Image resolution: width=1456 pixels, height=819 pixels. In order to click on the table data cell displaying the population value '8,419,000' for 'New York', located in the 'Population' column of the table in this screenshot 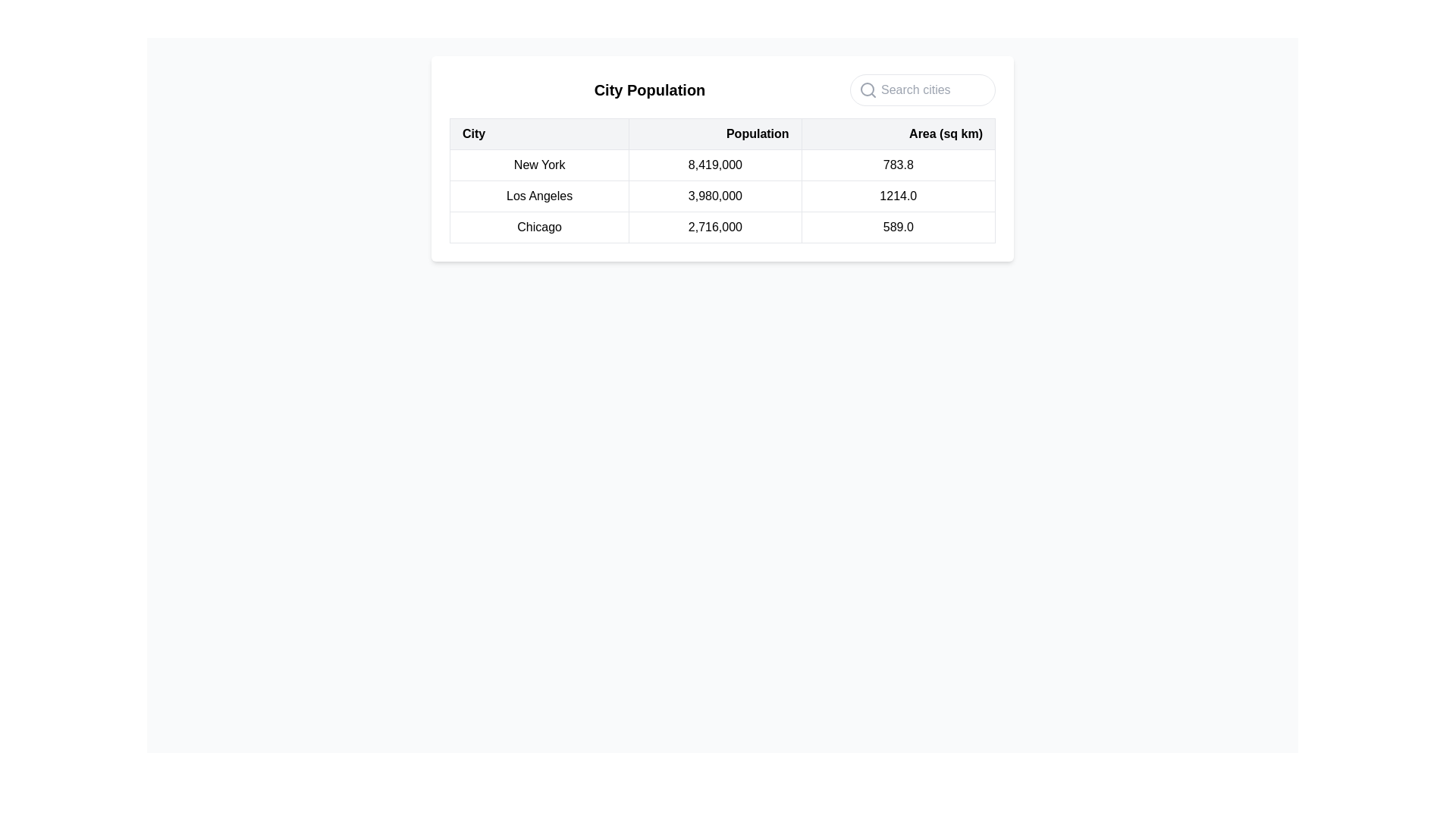, I will do `click(714, 165)`.